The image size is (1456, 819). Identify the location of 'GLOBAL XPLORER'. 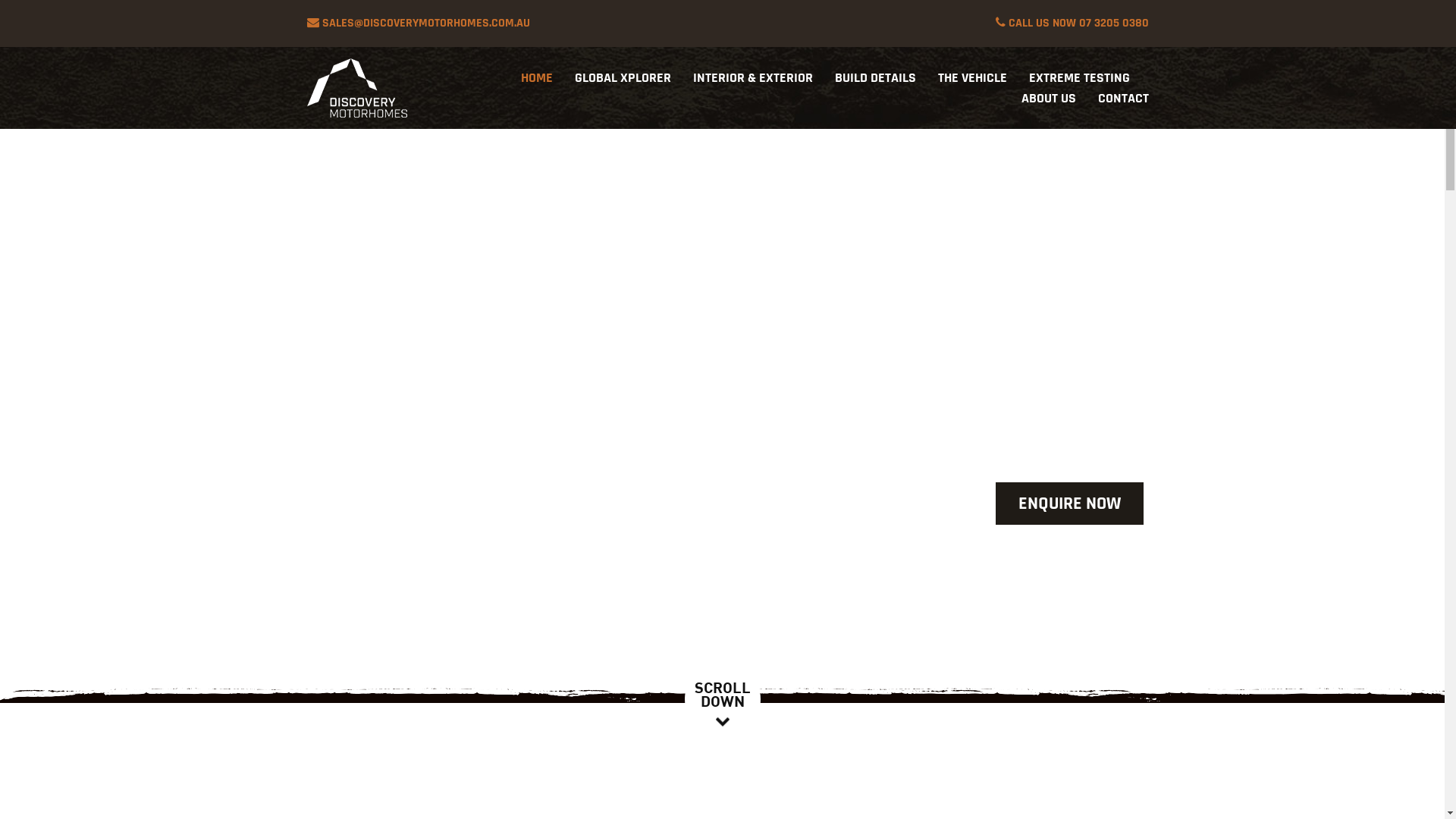
(623, 77).